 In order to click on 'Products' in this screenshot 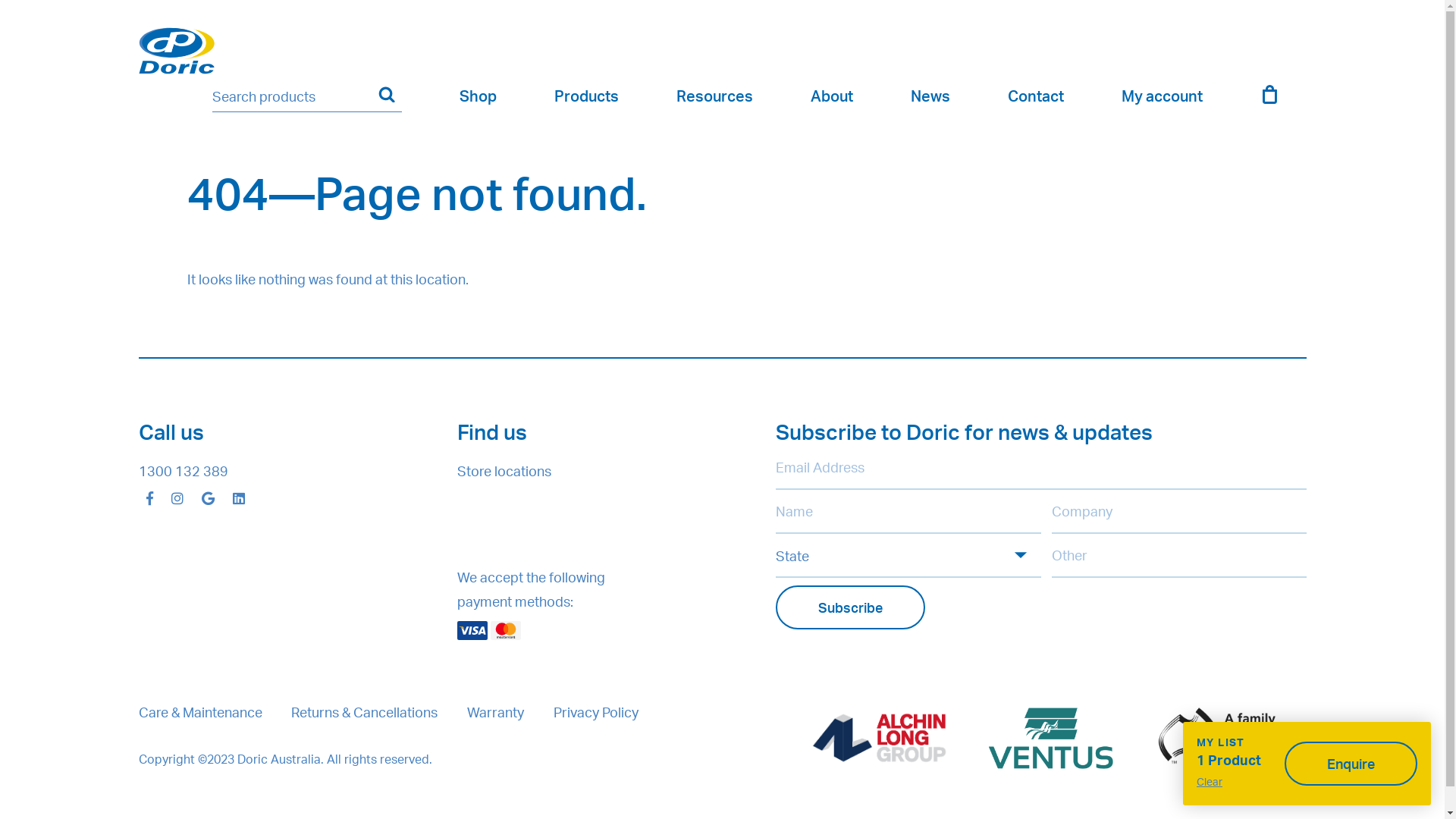, I will do `click(553, 96)`.